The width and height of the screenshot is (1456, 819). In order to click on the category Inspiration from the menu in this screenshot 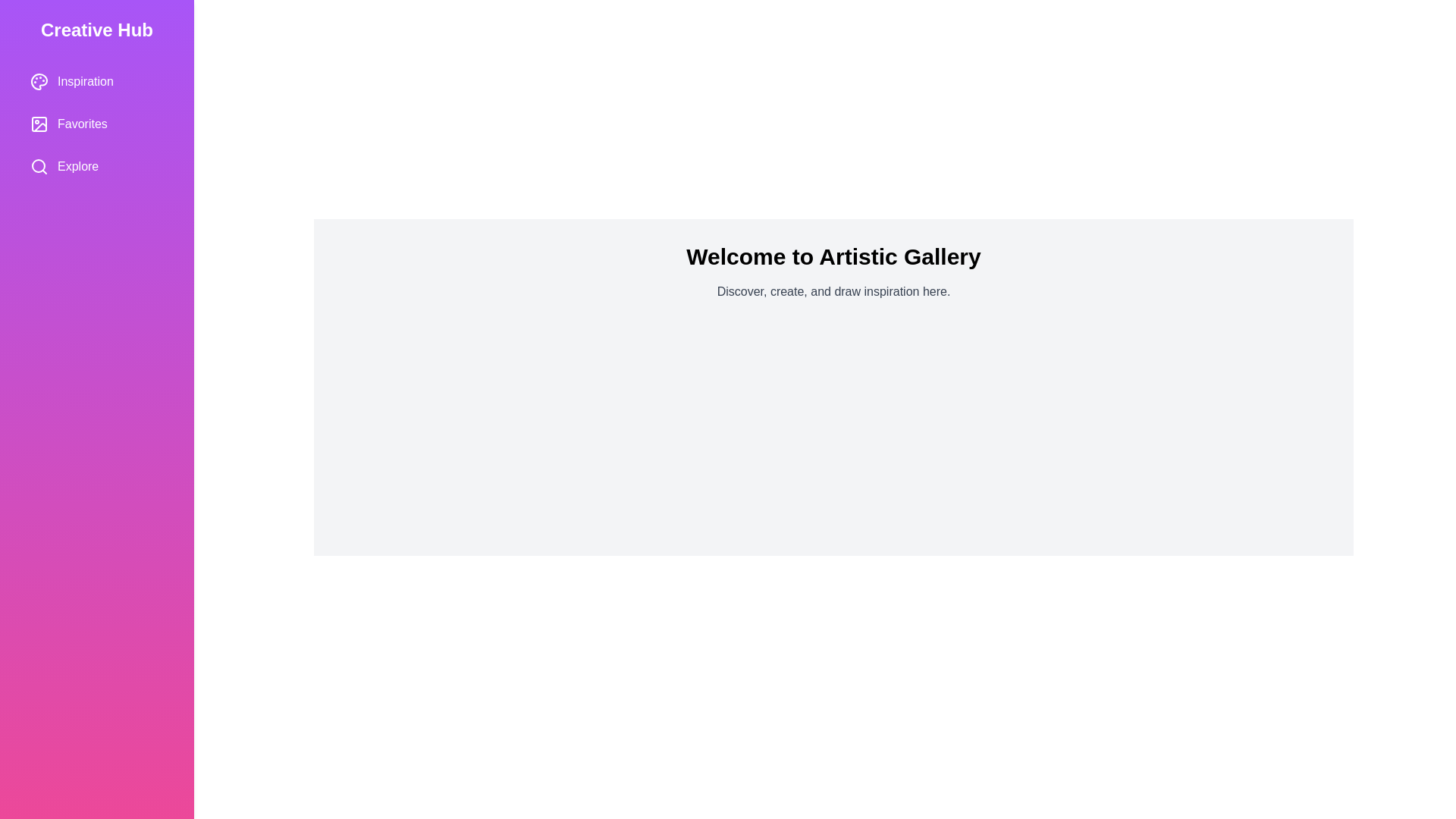, I will do `click(96, 82)`.